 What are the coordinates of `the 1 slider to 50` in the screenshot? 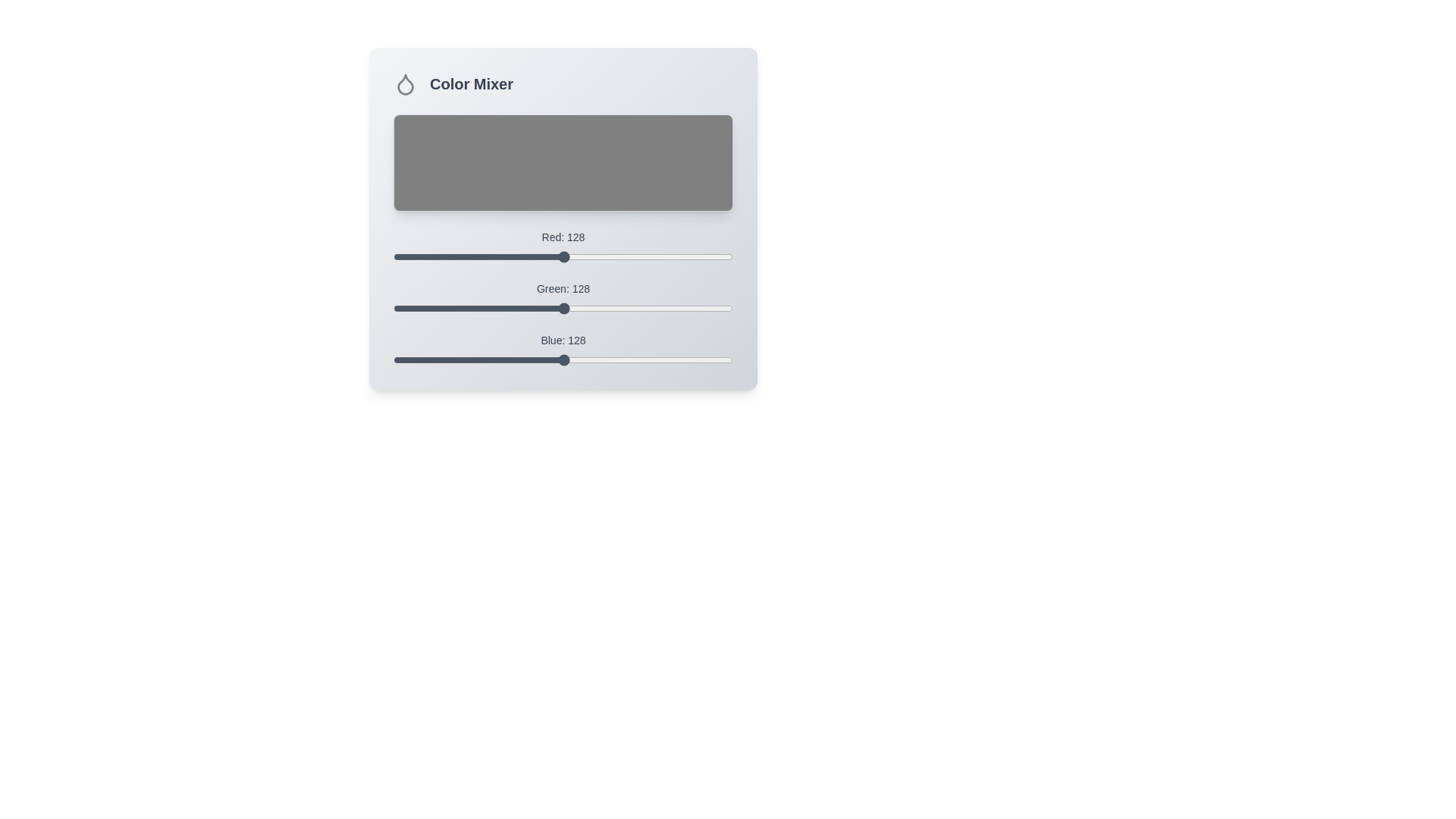 It's located at (459, 302).